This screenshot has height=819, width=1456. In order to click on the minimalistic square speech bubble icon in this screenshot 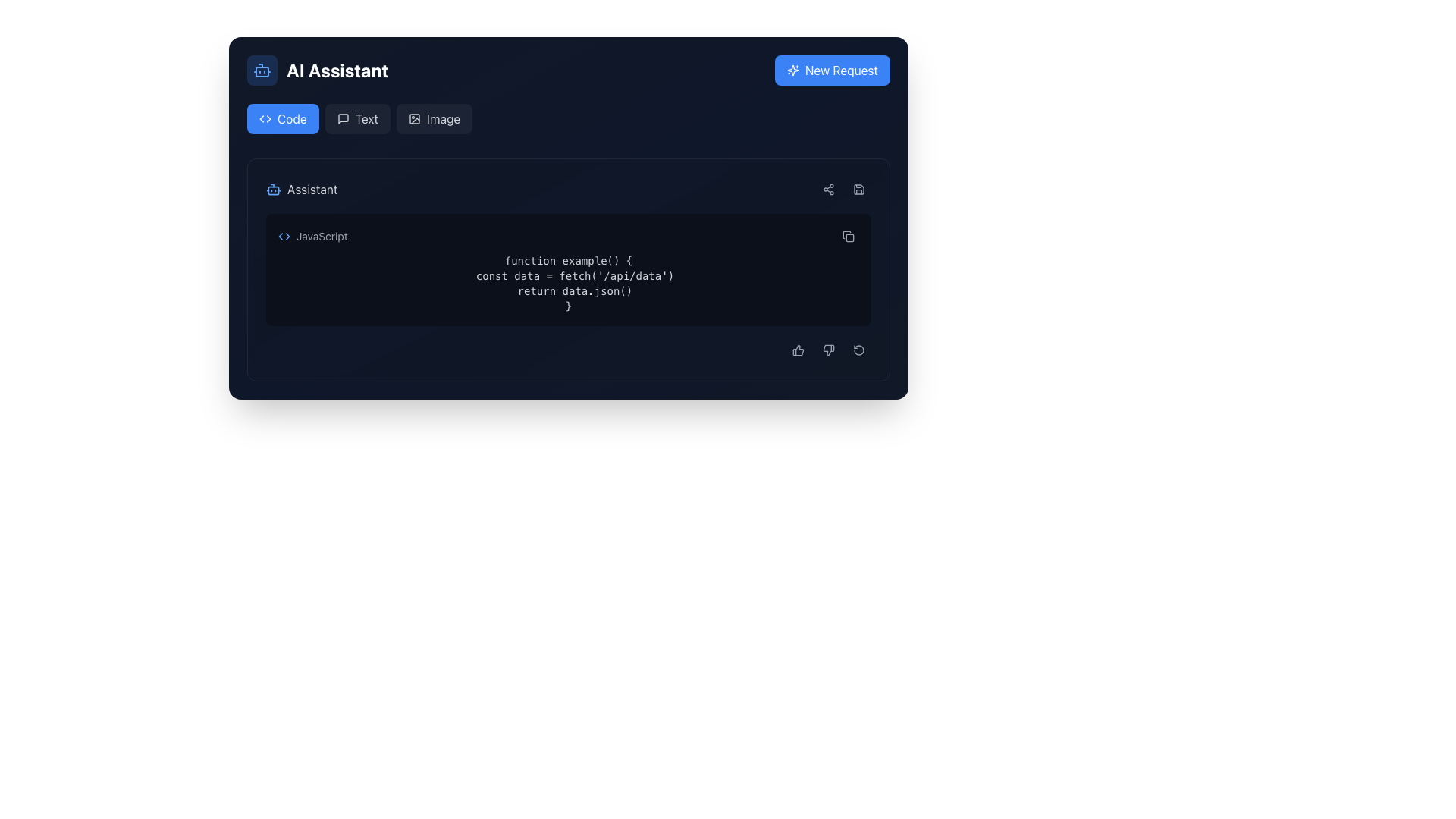, I will do `click(342, 118)`.